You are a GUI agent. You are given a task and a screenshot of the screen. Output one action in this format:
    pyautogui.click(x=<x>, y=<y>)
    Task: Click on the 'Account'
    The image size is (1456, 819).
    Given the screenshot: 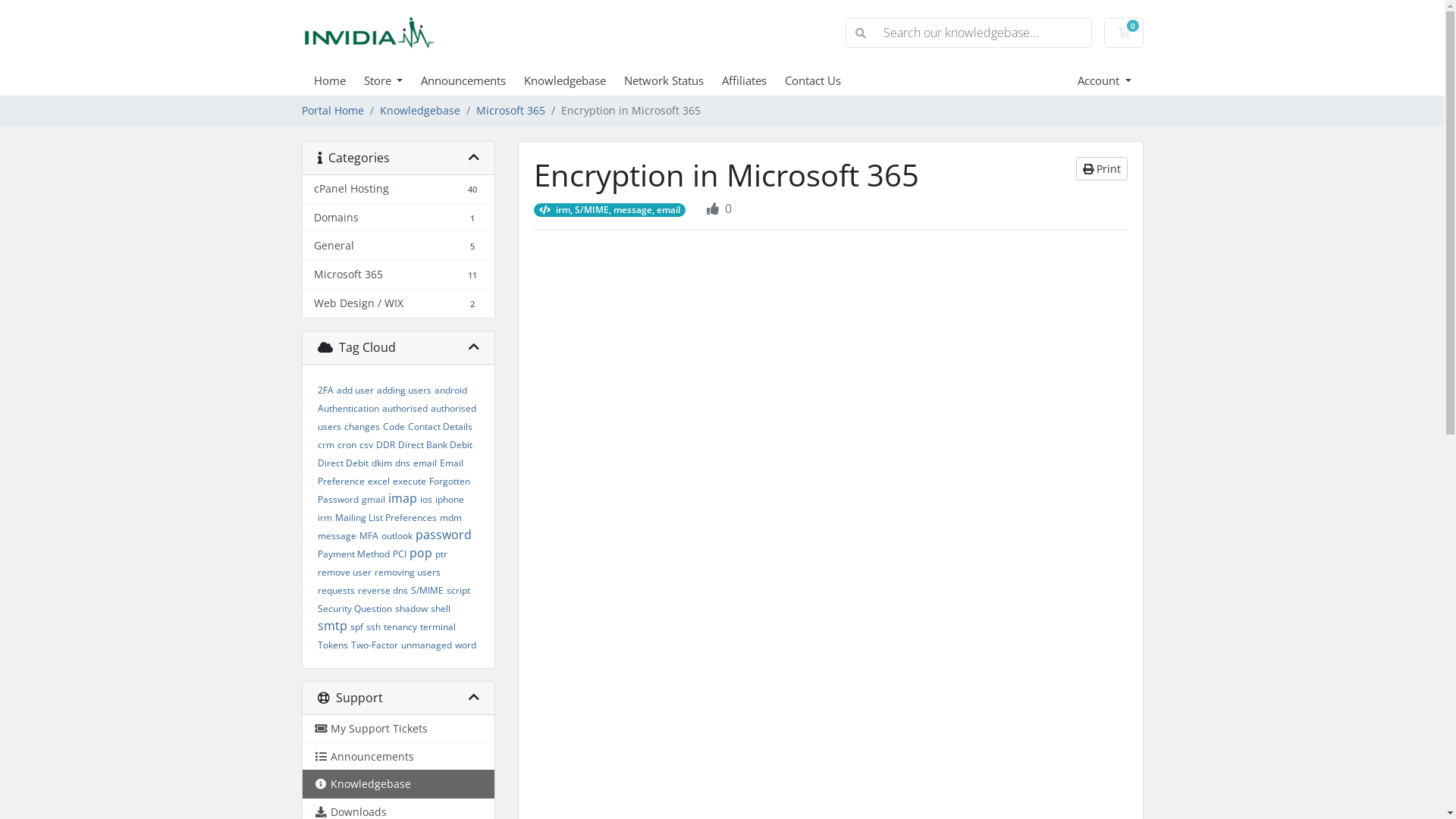 What is the action you would take?
    pyautogui.click(x=1076, y=80)
    